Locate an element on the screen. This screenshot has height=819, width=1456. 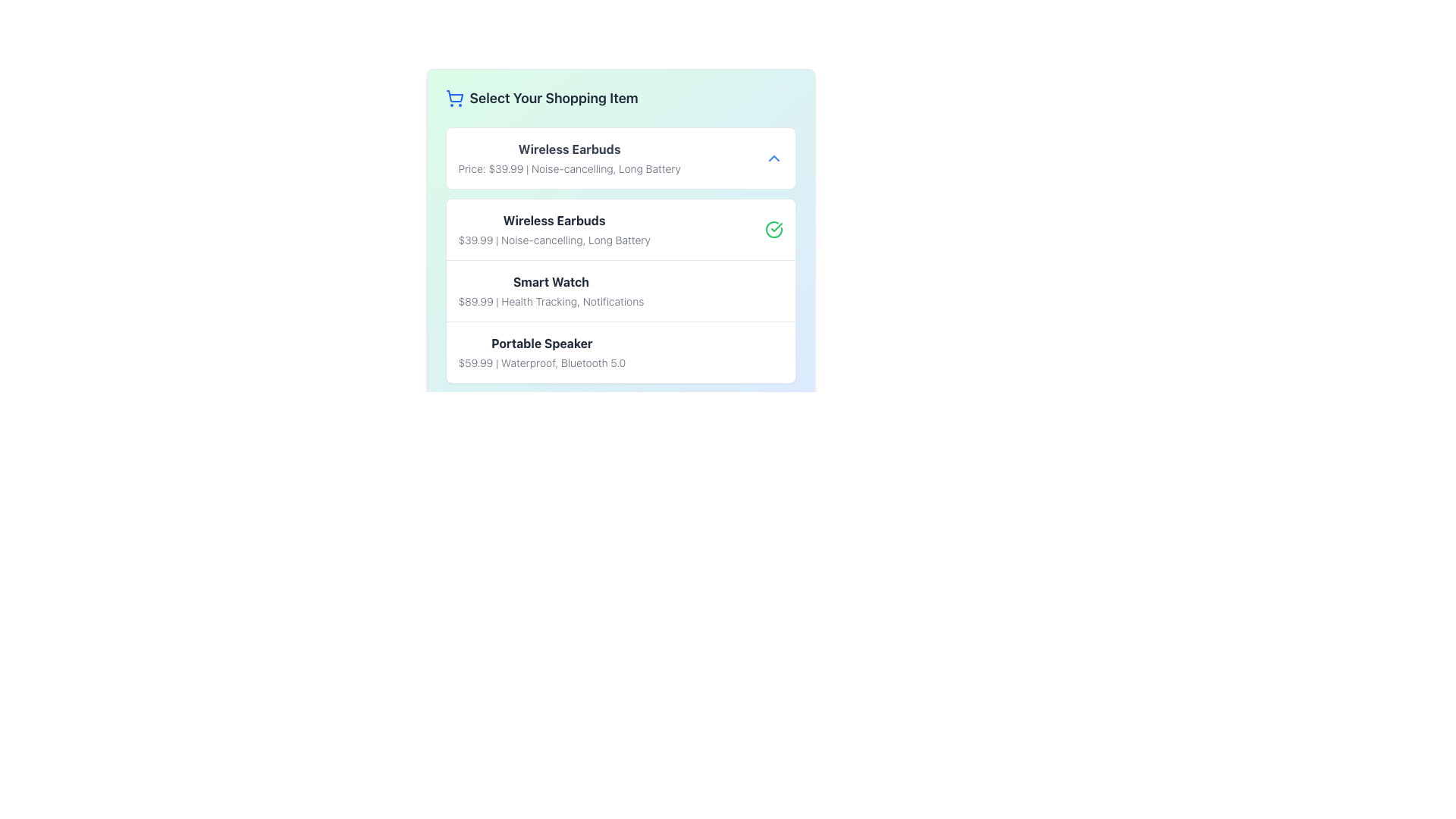
the text label displaying pricing and feature details, which reads '$39.99 | Noise-cancelling, Long Battery', located beneath the 'Wireless Earbuds' header is located at coordinates (554, 239).